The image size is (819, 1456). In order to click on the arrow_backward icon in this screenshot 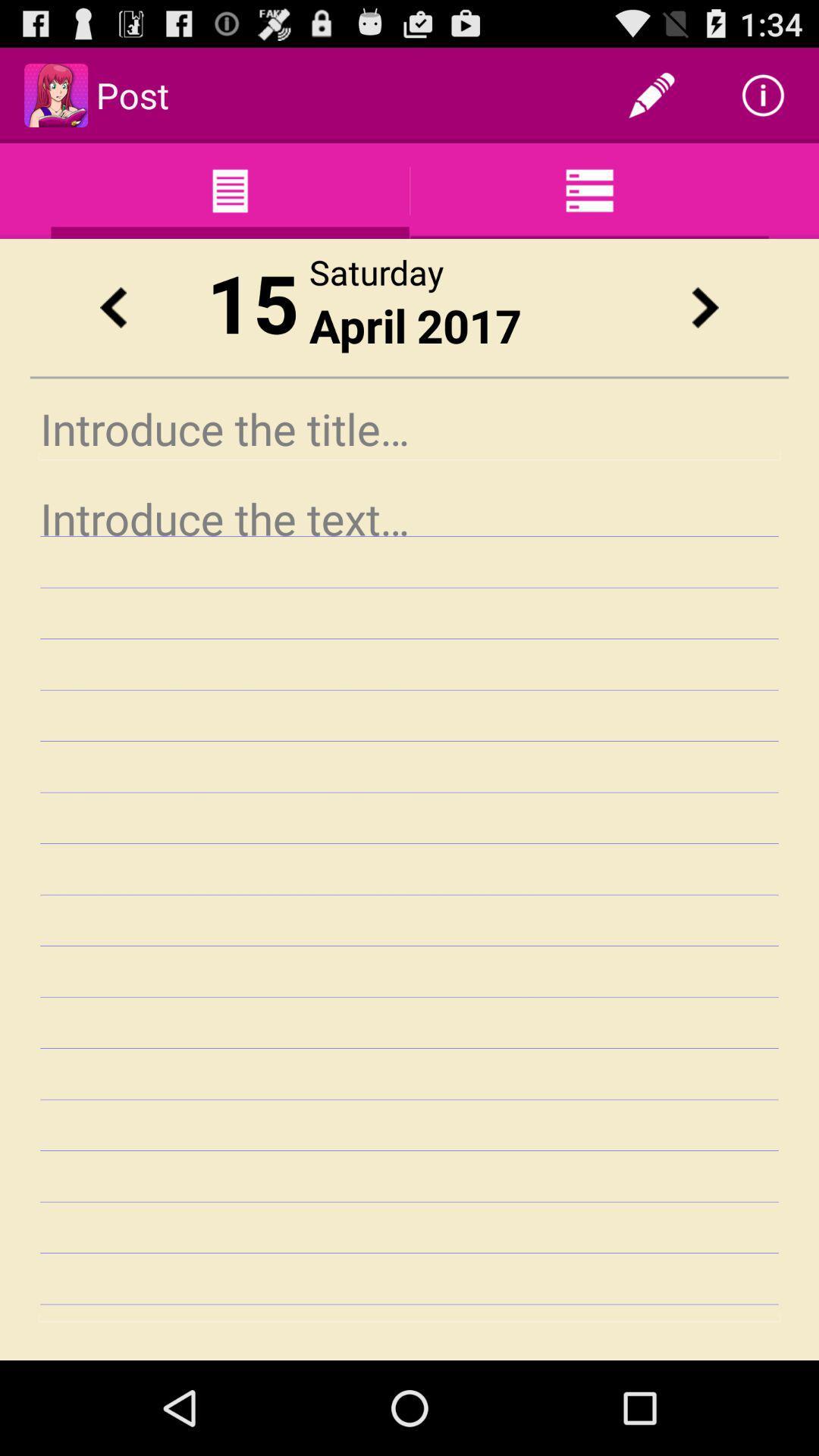, I will do `click(112, 328)`.